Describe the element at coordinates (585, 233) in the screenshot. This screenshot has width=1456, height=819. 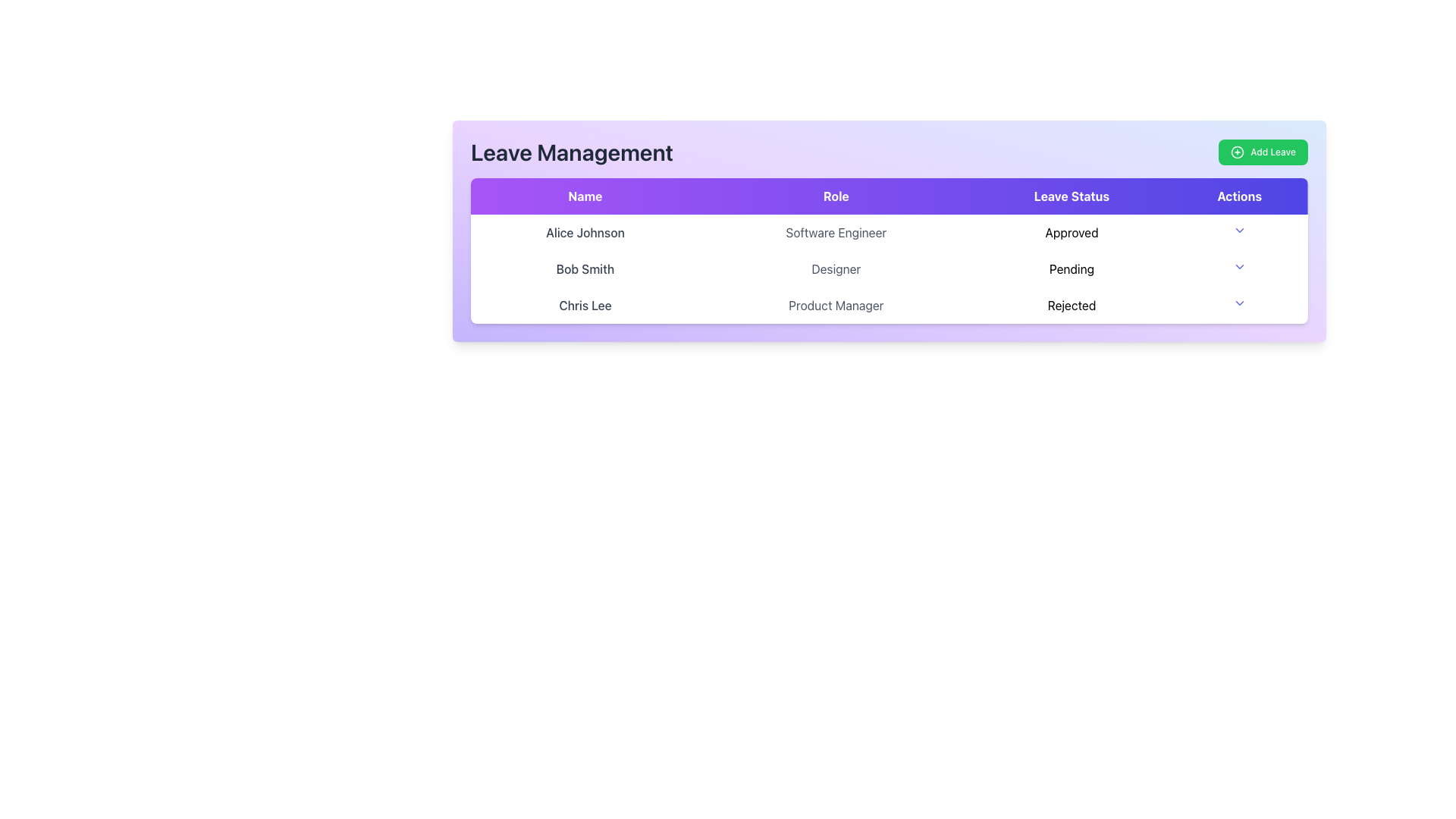
I see `text label indicating the name 'Alice Johnson' located in the first row of a table under the 'Name' column` at that location.